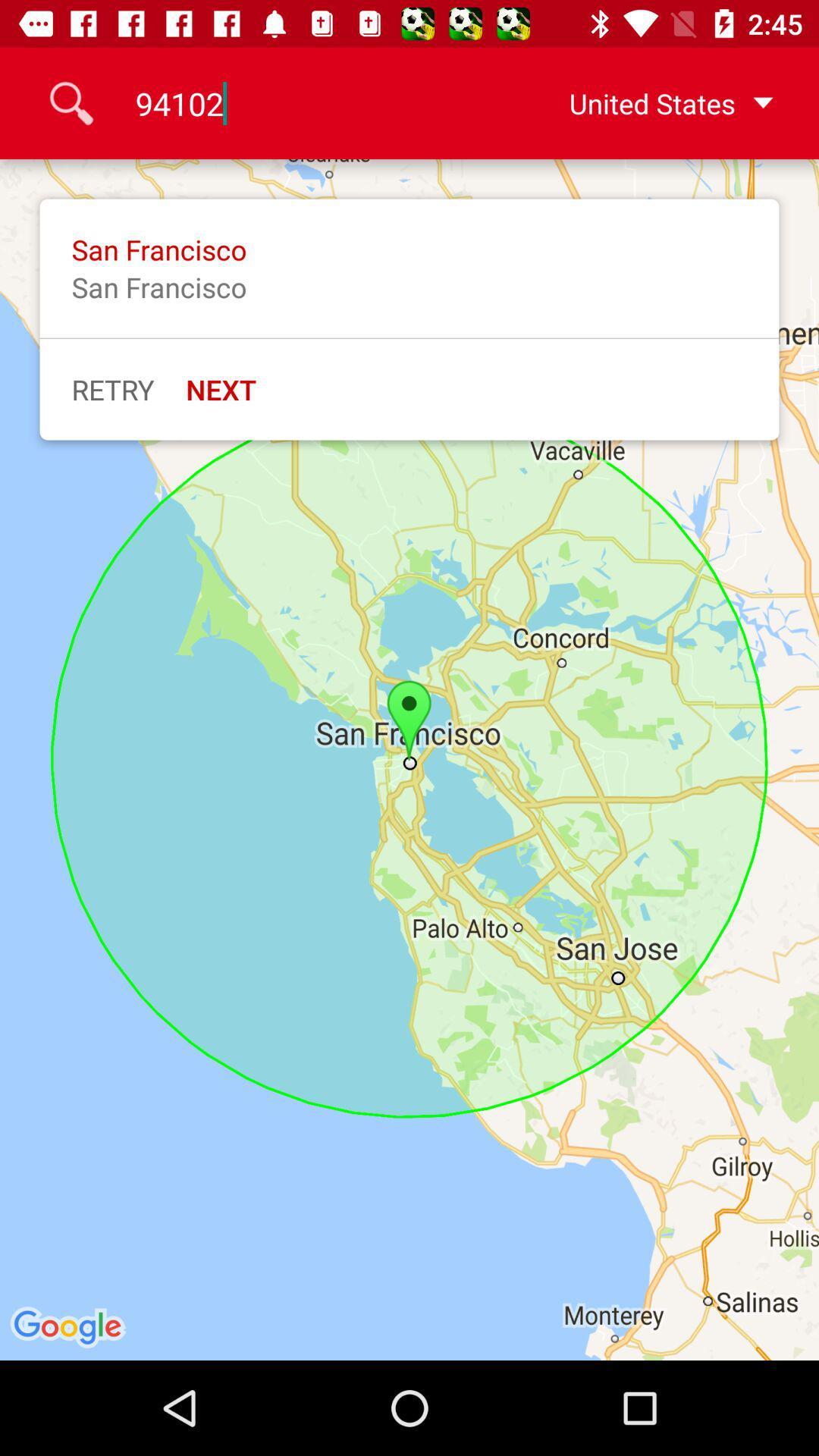 The image size is (819, 1456). Describe the element at coordinates (647, 102) in the screenshot. I see `icon to the right of the 94102` at that location.